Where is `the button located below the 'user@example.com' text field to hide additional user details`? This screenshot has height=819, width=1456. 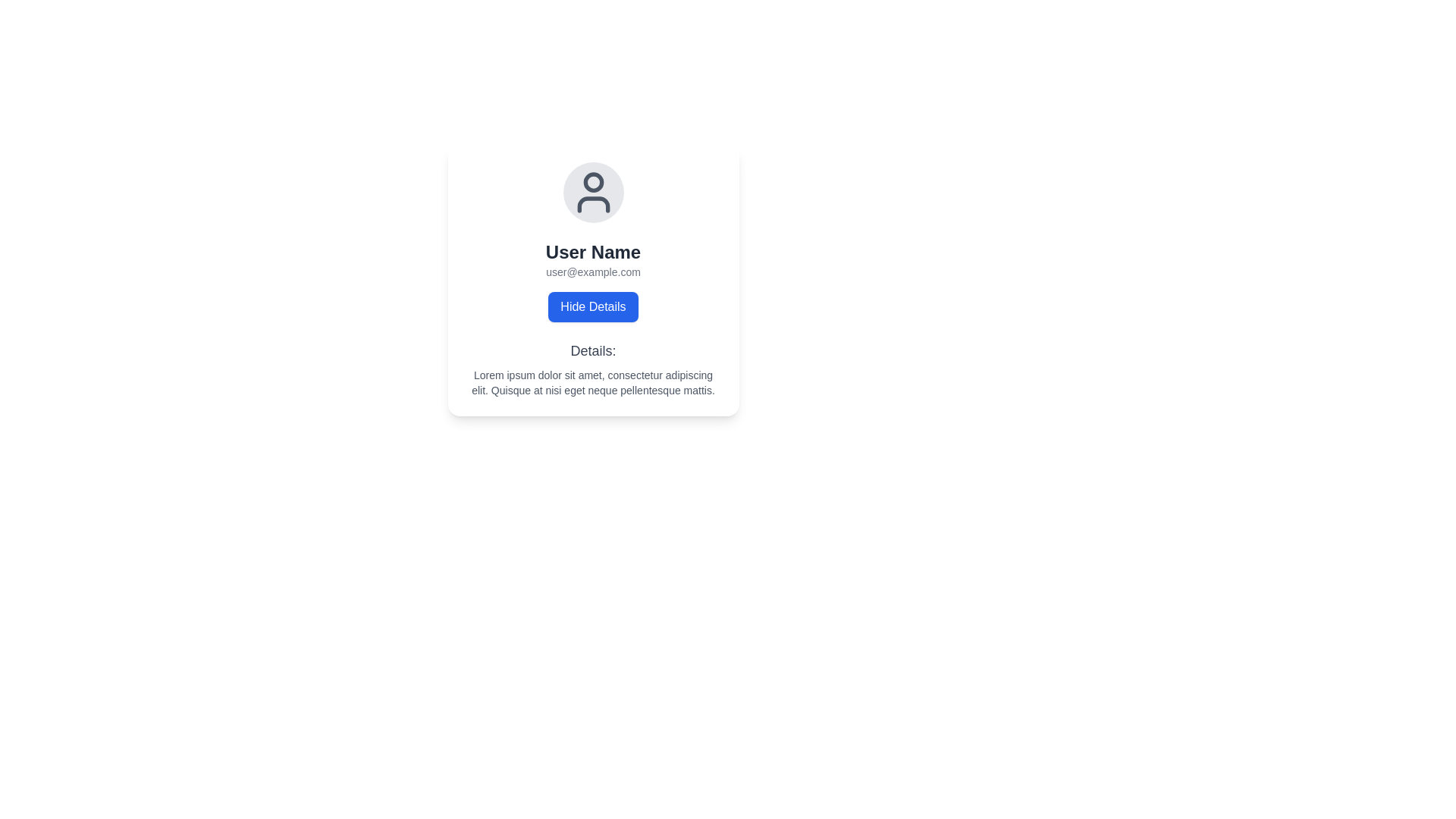 the button located below the 'user@example.com' text field to hide additional user details is located at coordinates (592, 307).